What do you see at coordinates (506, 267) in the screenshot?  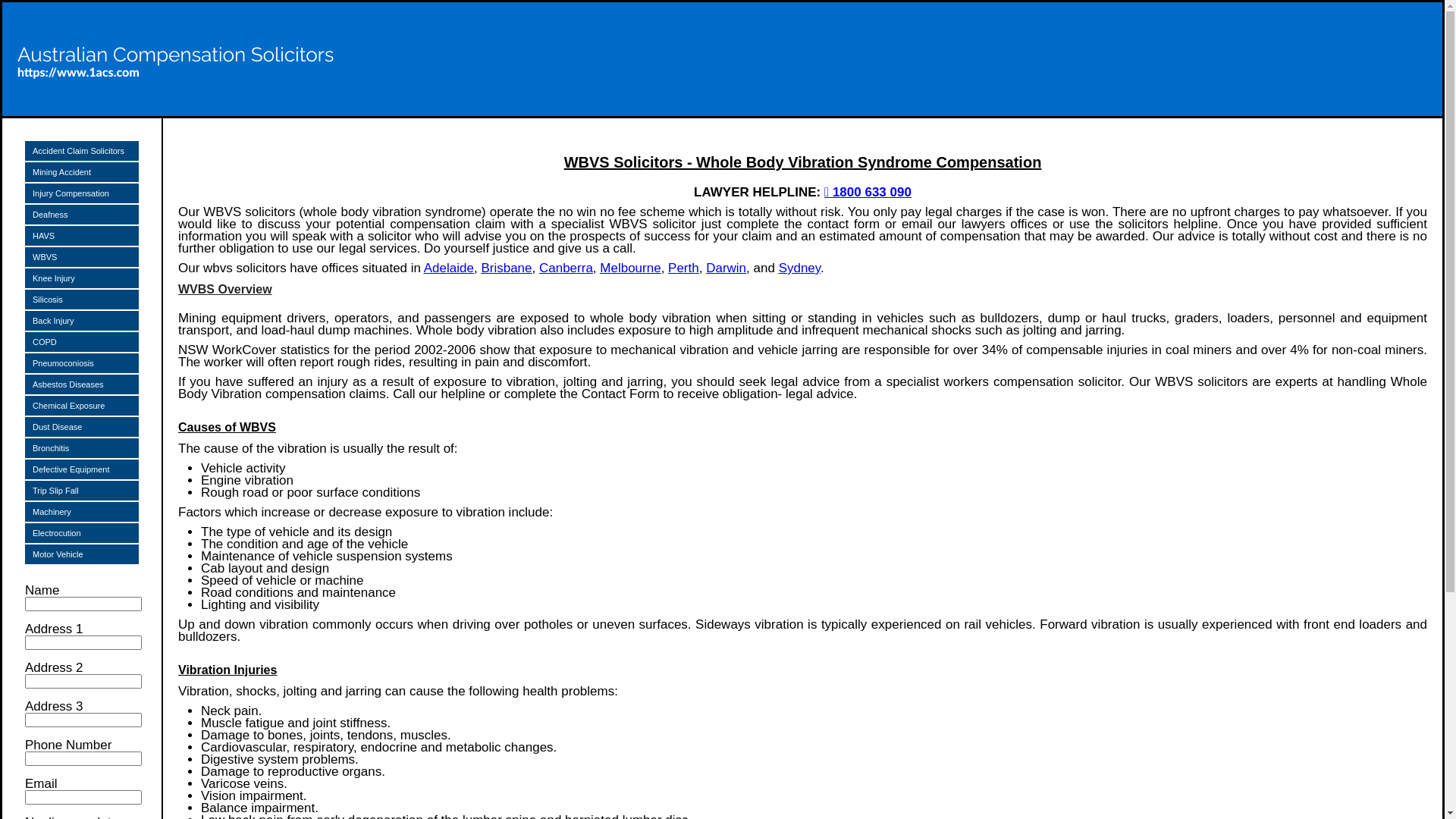 I see `'Brisbane'` at bounding box center [506, 267].